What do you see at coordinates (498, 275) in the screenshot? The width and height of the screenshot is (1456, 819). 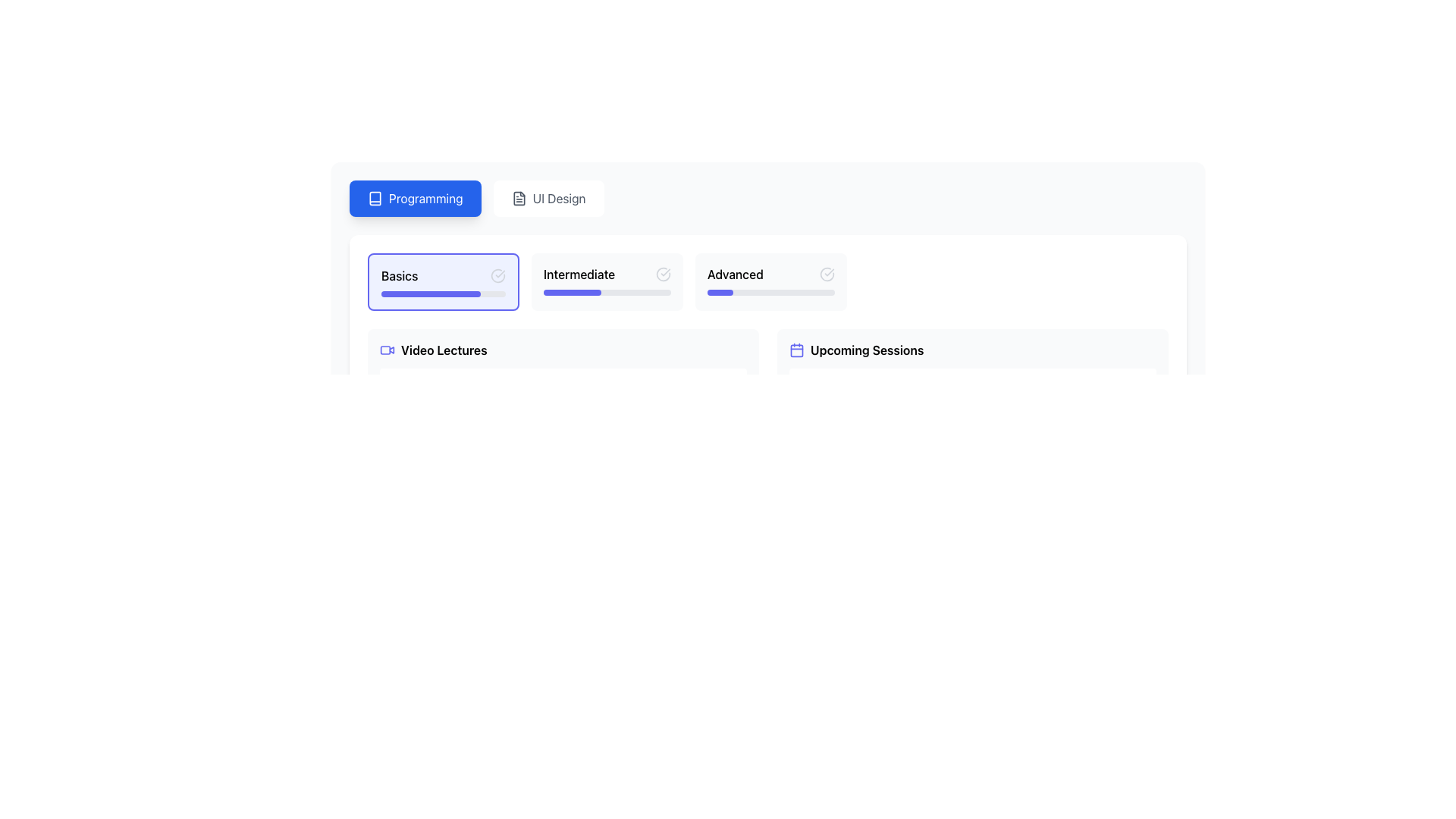 I see `the status of the circular icon with a checkmark inside it, located to the right of the 'Basics' label` at bounding box center [498, 275].